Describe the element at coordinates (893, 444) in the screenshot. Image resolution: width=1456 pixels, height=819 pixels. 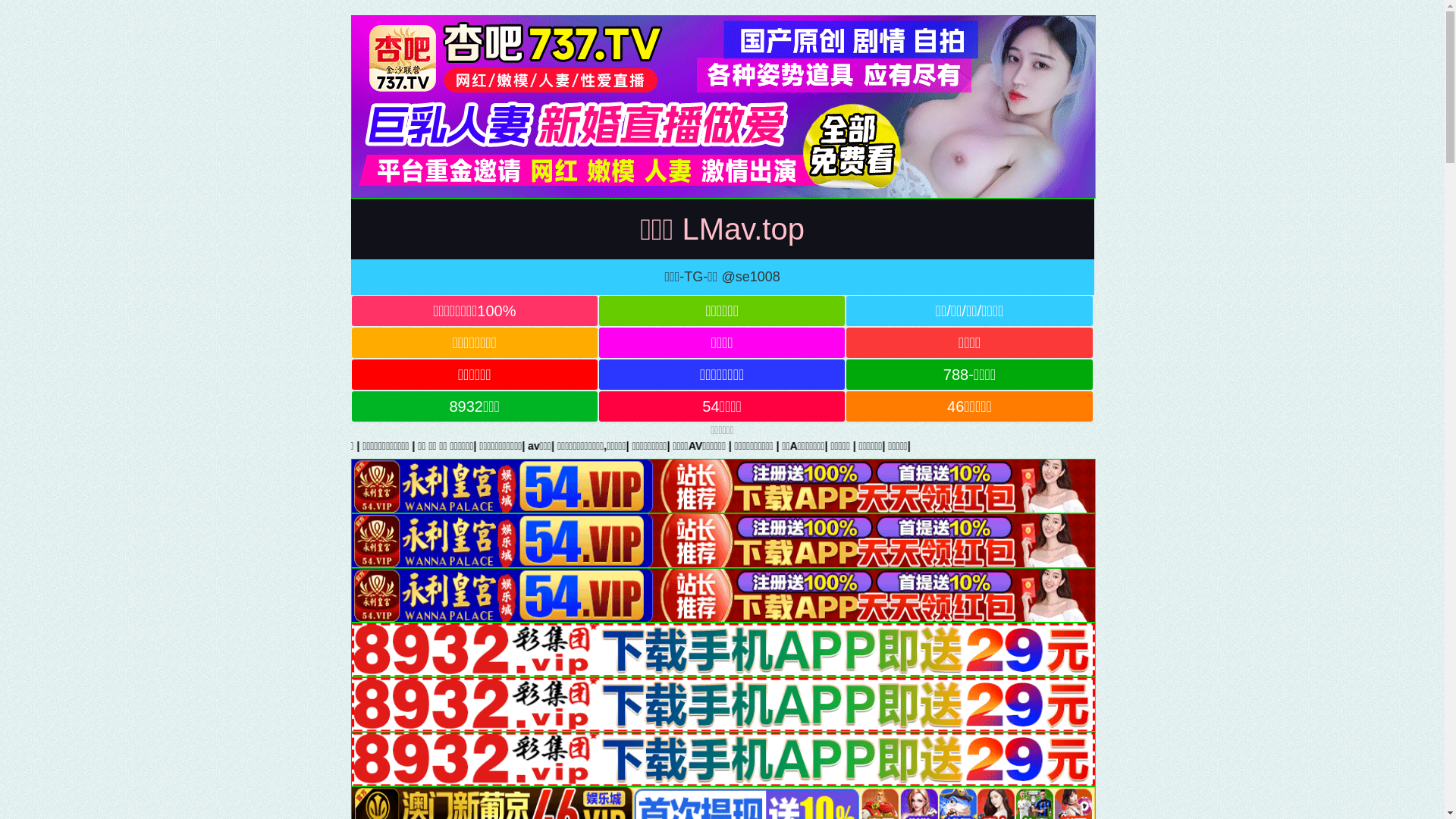
I see `'|'` at that location.